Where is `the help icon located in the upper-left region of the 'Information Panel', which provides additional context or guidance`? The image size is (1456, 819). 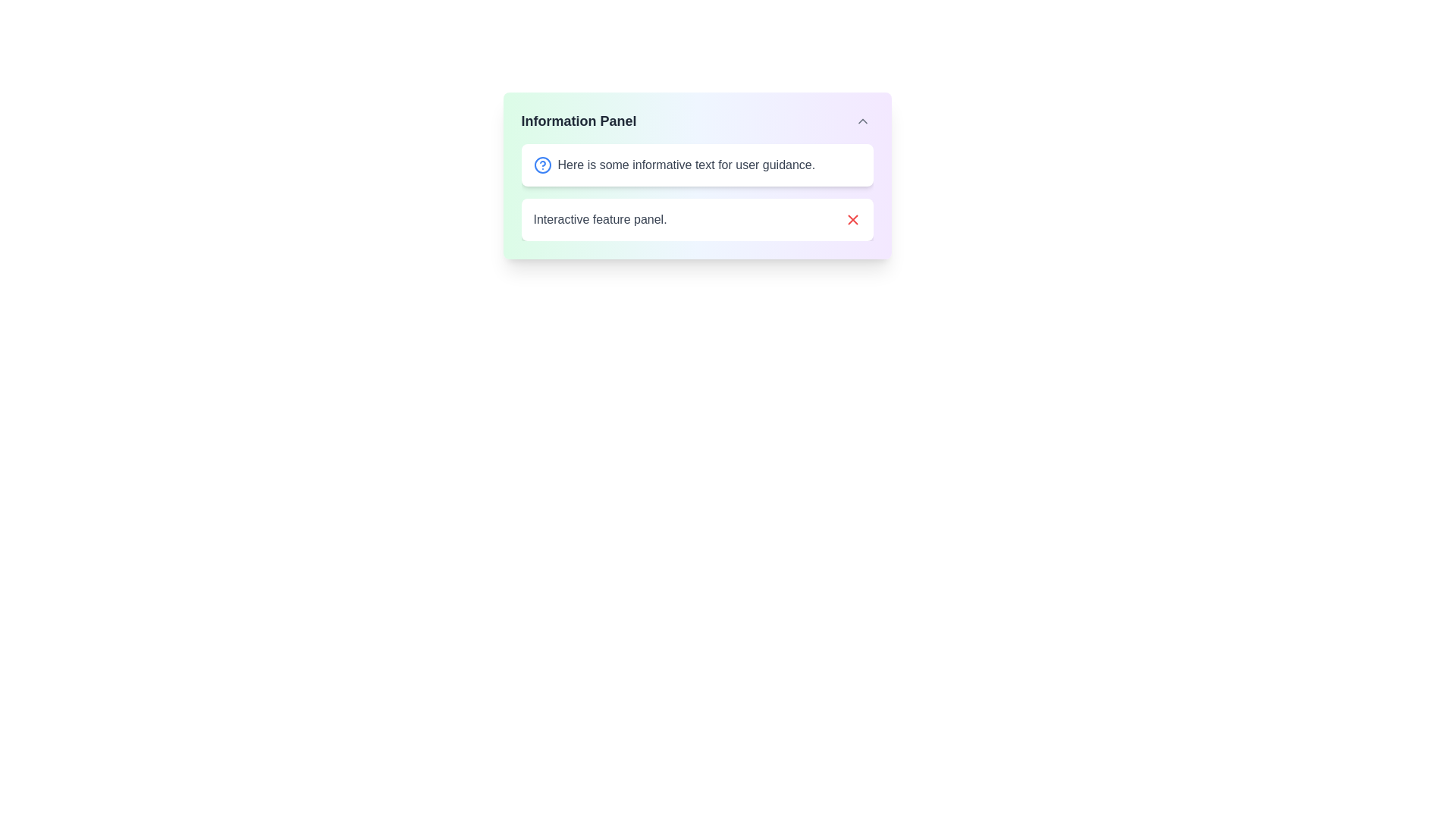
the help icon located in the upper-left region of the 'Information Panel', which provides additional context or guidance is located at coordinates (542, 165).